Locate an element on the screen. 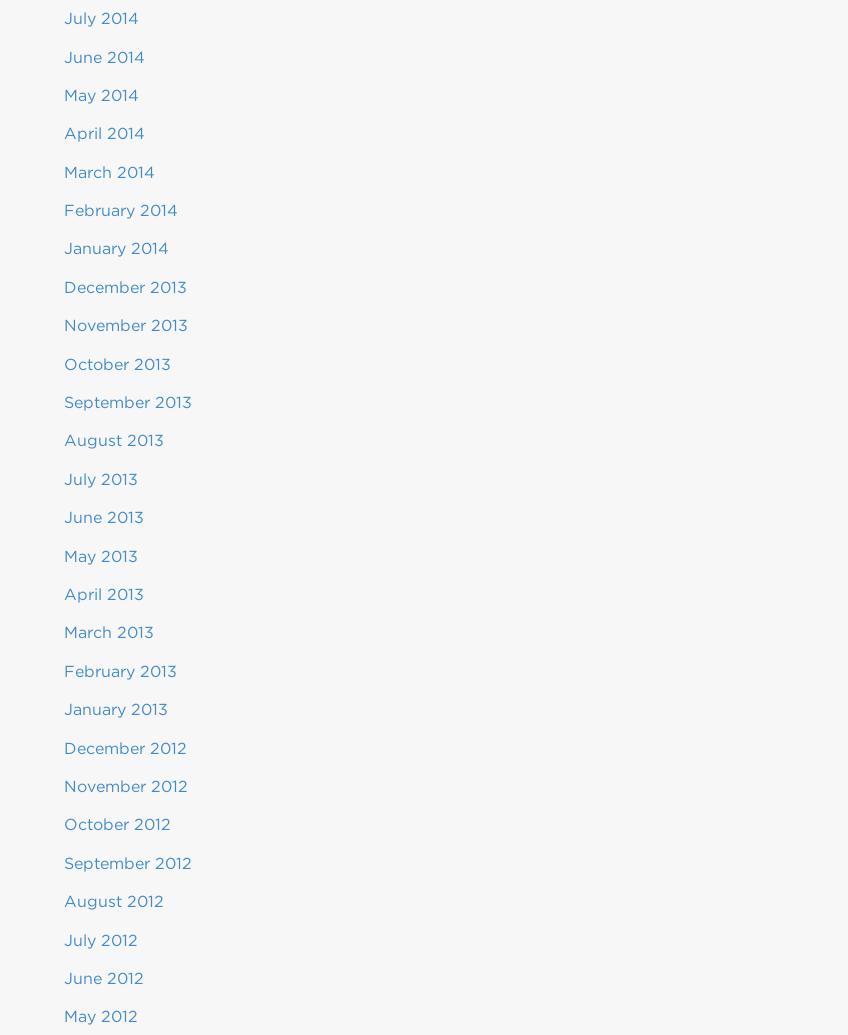 This screenshot has height=1035, width=848. 'May 2012' is located at coordinates (100, 1015).